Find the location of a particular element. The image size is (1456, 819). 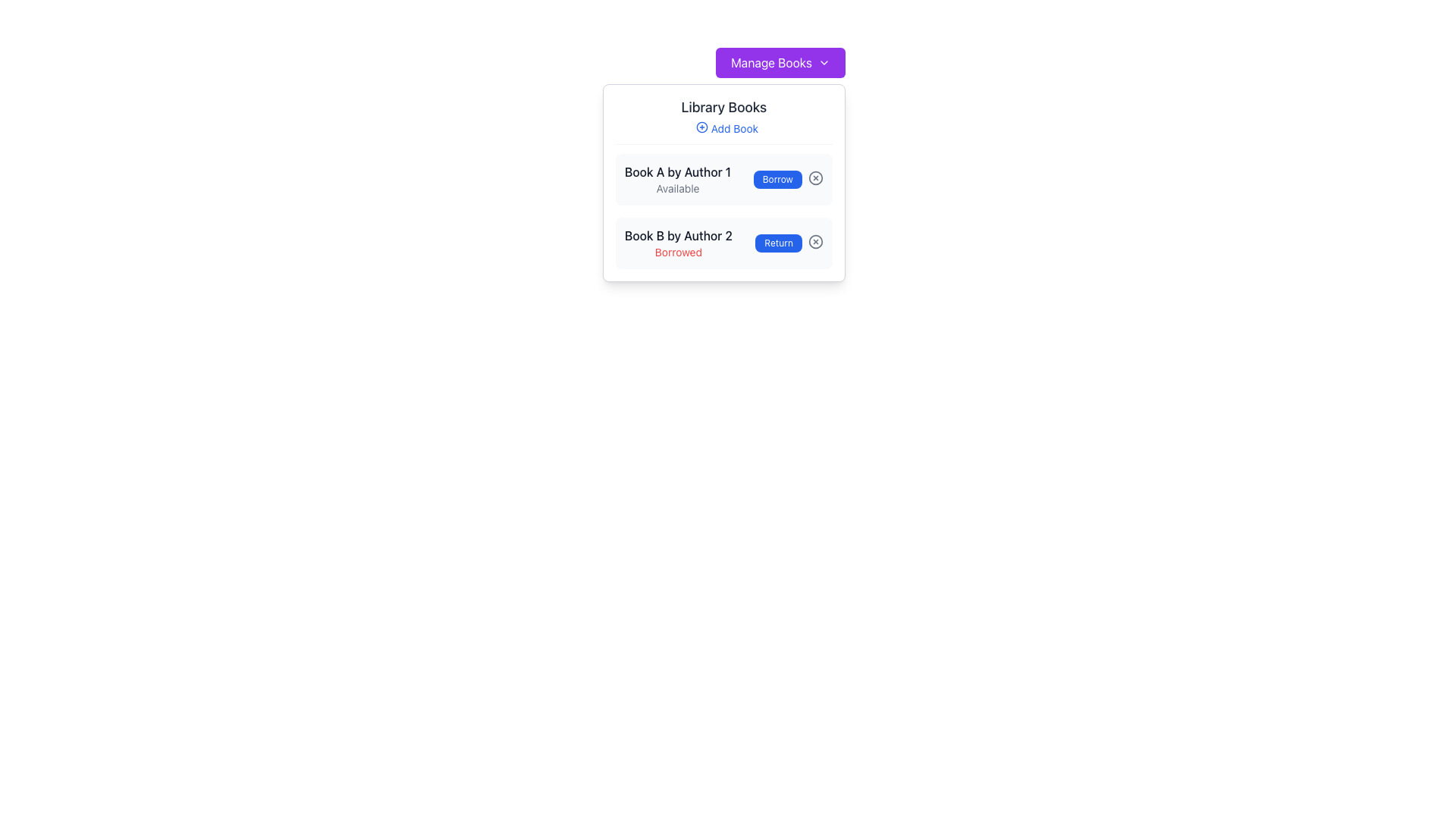

the SVG Circle icon indicating cancel or remove action associated with the 'Return' functionality, located to the right of the 'Return' button in the second list item for 'Book B by Author 2' is located at coordinates (814, 241).